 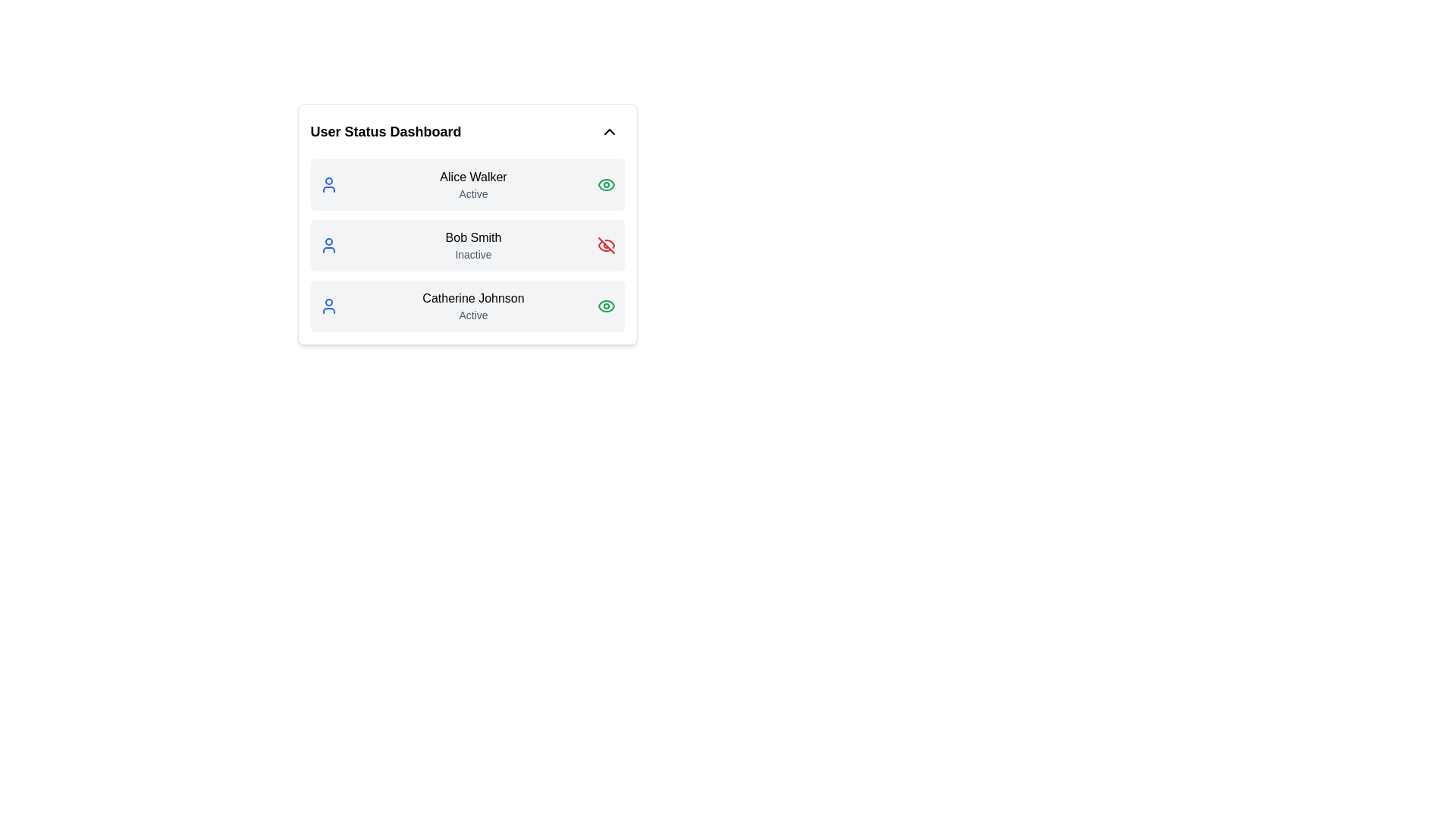 I want to click on the red slashed eye icon indicating visibility settings for user Bob Smith, located in the second row of the user status items list, so click(x=605, y=245).